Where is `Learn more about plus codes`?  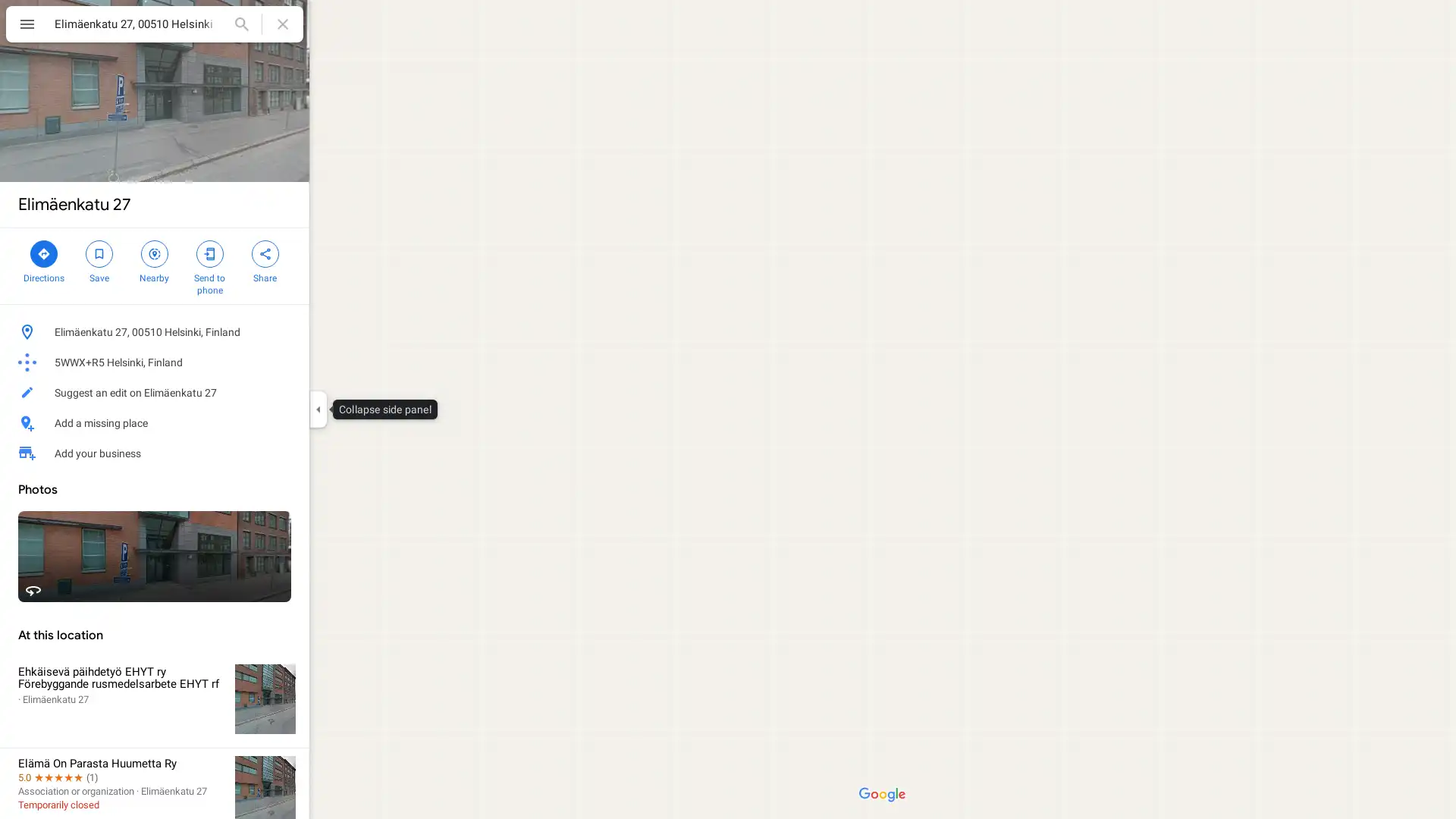
Learn more about plus codes is located at coordinates (290, 362).